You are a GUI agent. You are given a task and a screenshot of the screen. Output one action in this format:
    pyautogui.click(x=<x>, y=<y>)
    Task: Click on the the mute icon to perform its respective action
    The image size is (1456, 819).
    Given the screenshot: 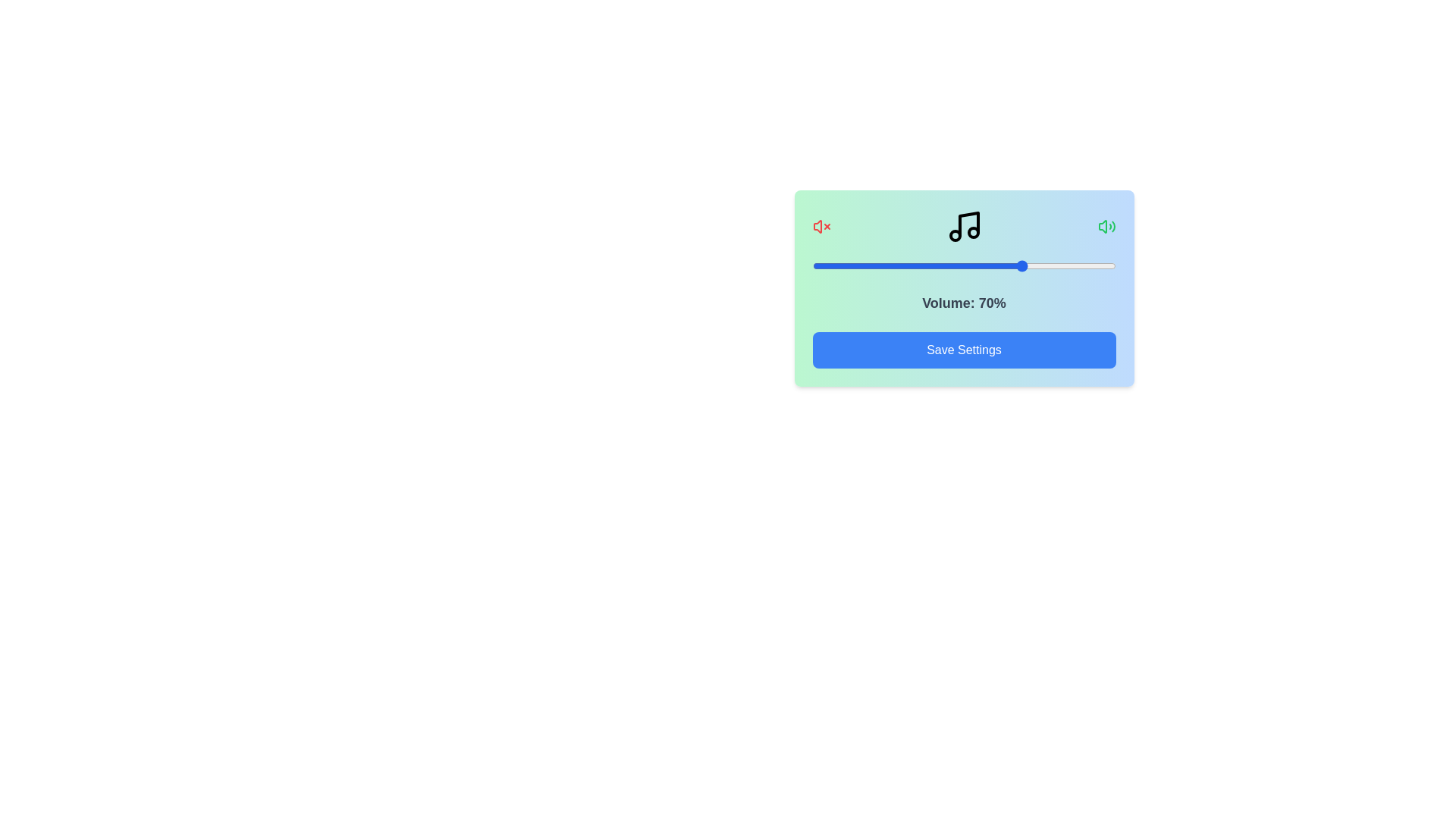 What is the action you would take?
    pyautogui.click(x=821, y=227)
    